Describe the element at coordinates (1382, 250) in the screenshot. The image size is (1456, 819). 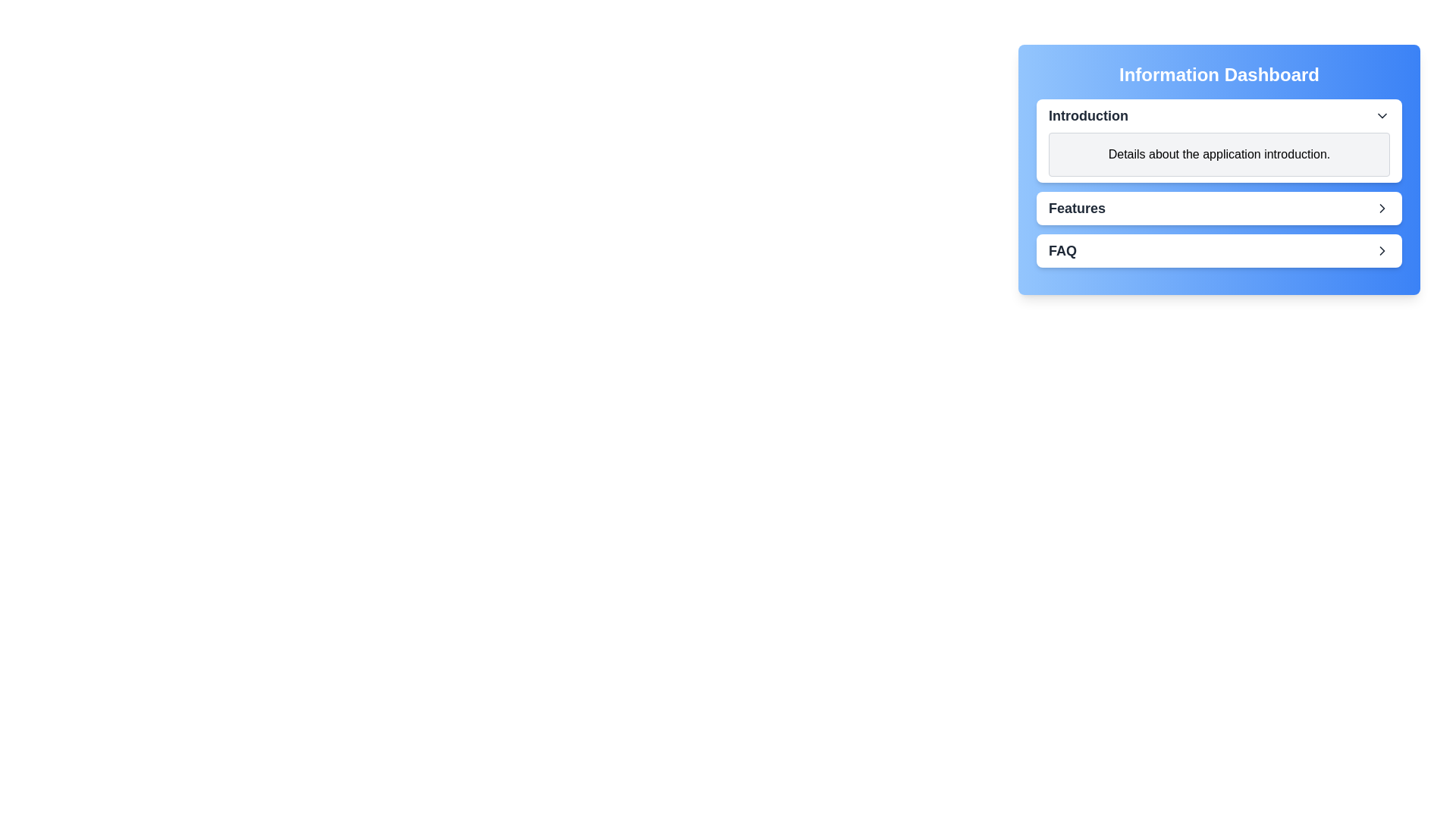
I see `the right chevron icon adjacent to the 'FAQ' text` at that location.